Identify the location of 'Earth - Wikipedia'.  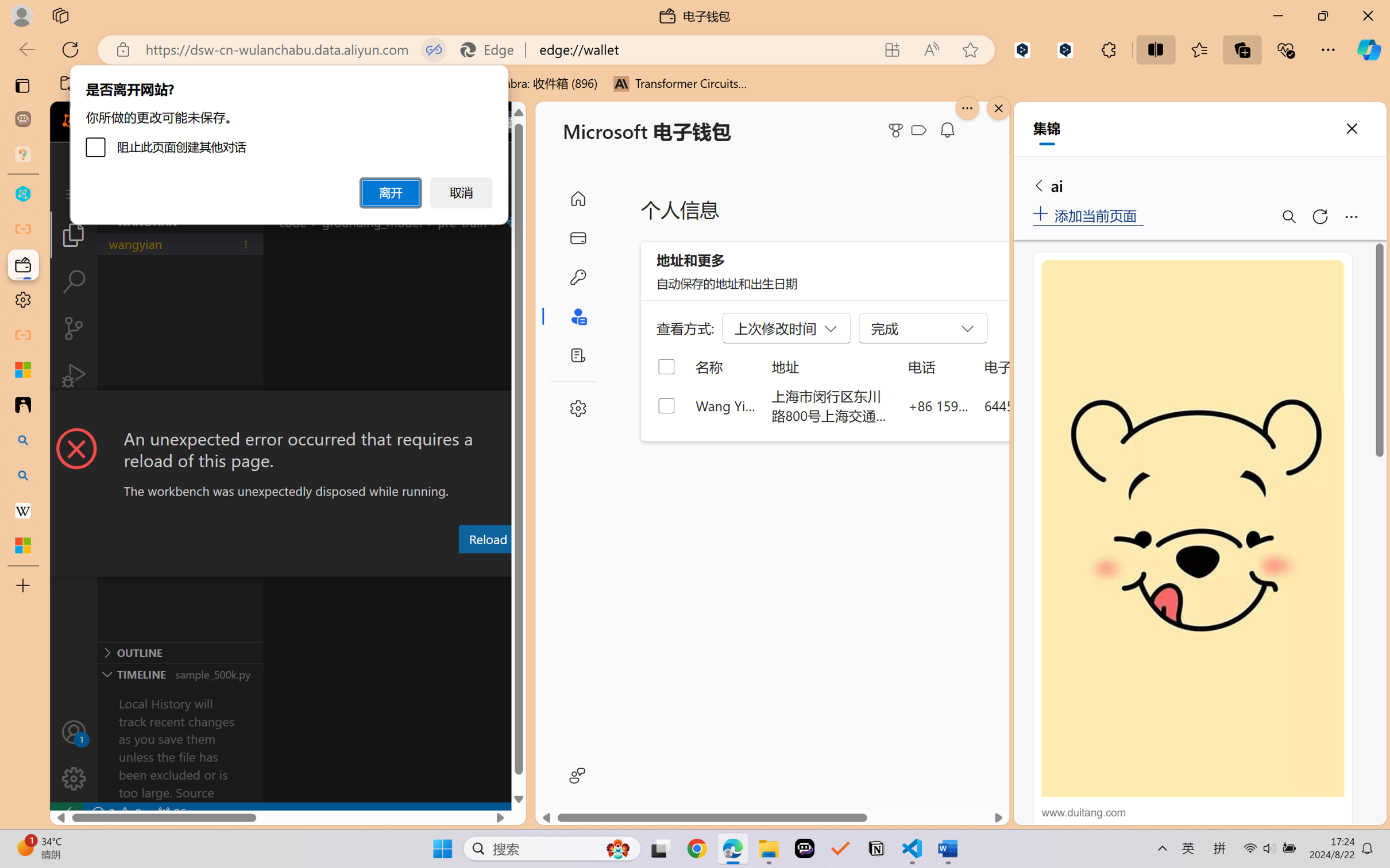
(22, 509).